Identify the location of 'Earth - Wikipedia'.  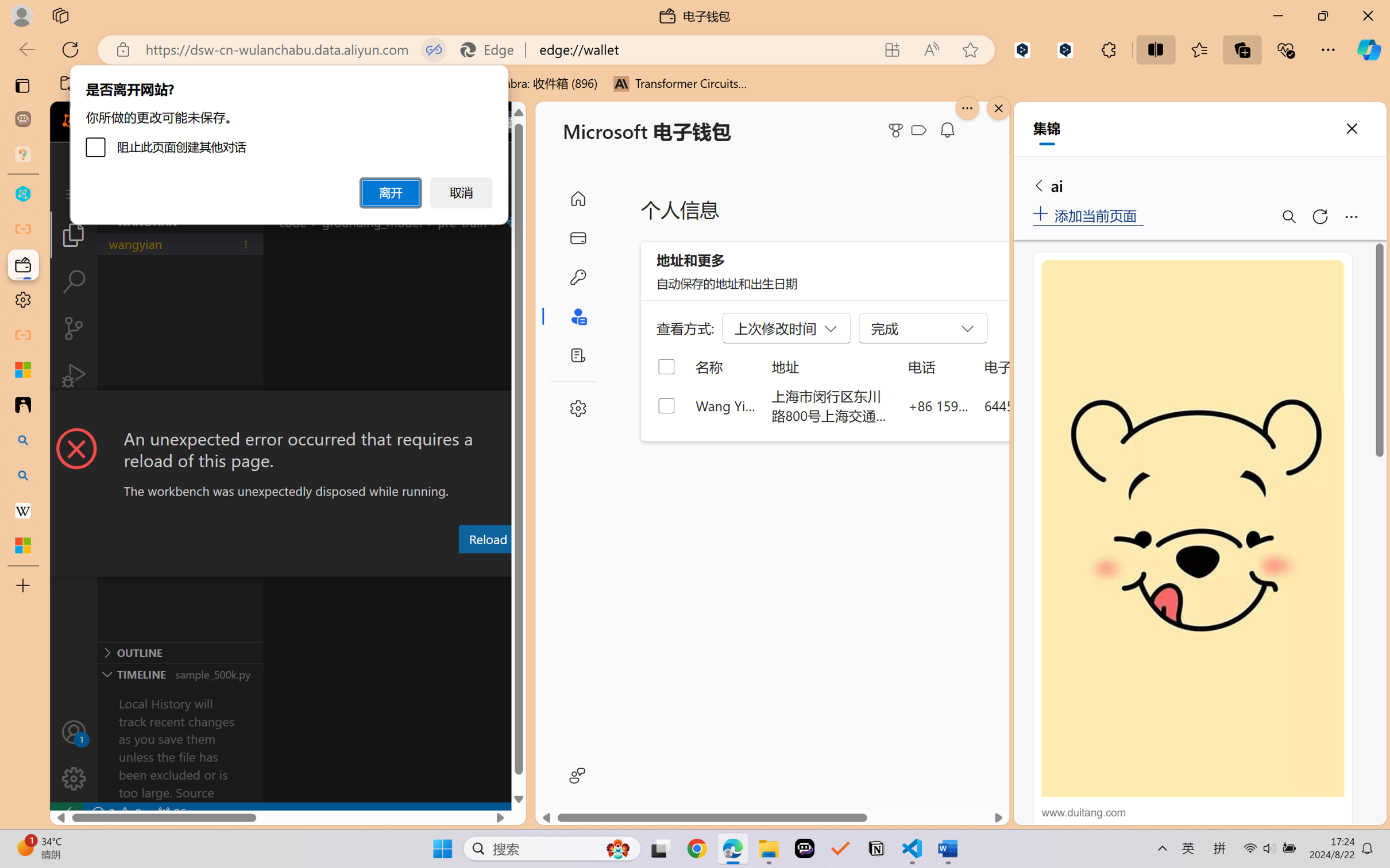
(22, 509).